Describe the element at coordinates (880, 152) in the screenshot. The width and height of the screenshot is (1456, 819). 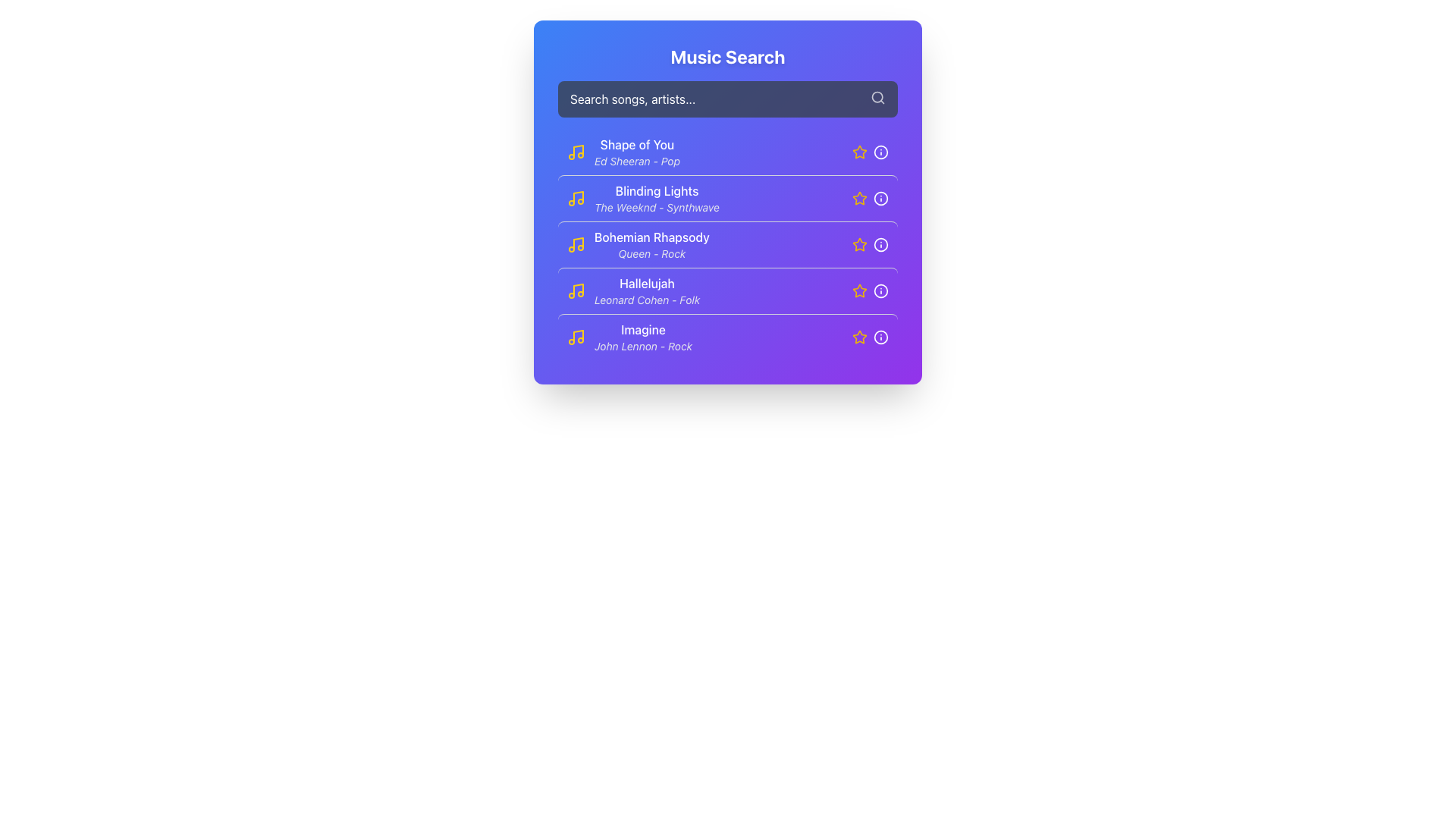
I see `the circular information icon button with a white outline and center, located to the far right of the 'Shape of You' row` at that location.